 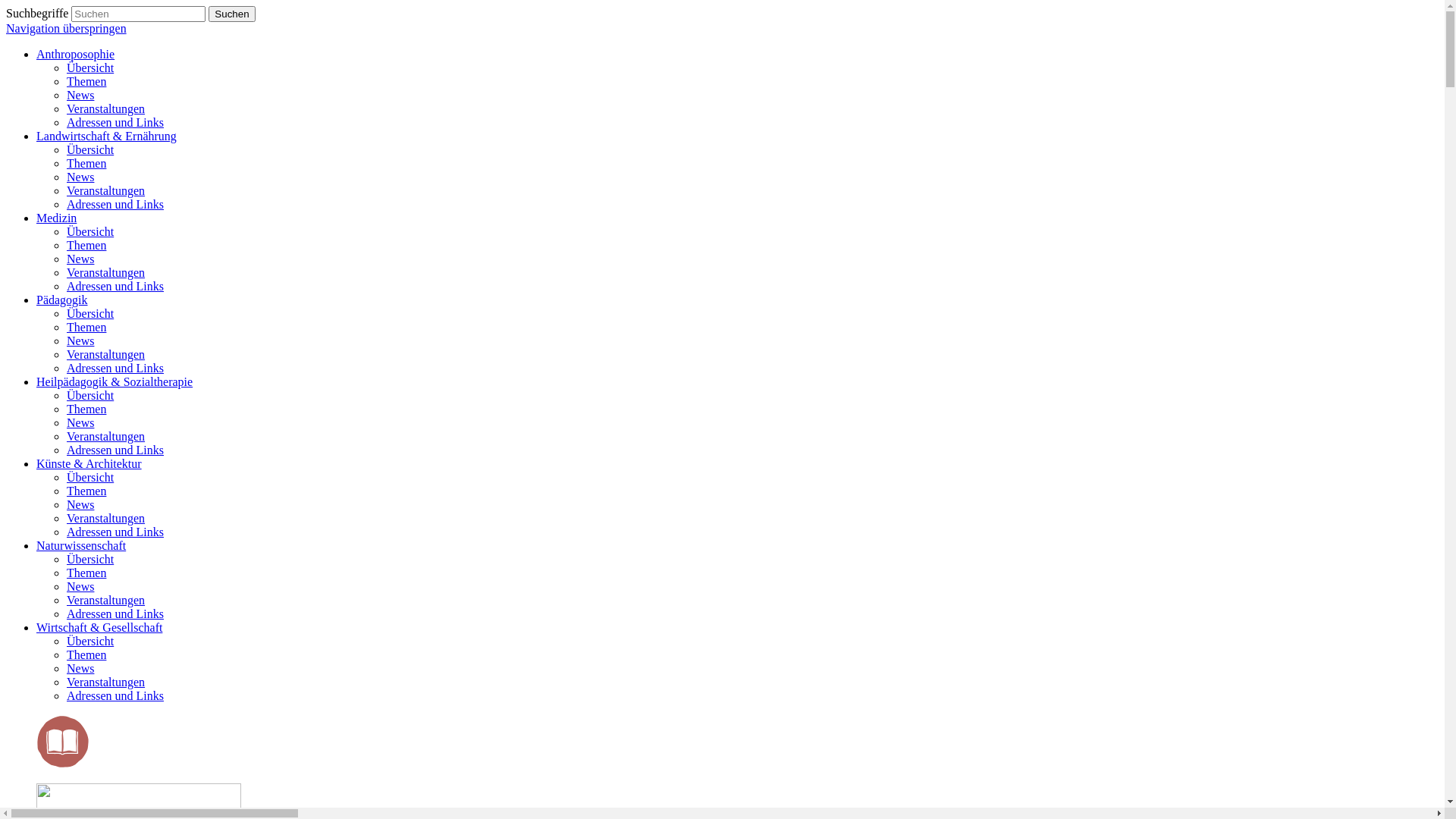 What do you see at coordinates (115, 121) in the screenshot?
I see `'Adressen und Links'` at bounding box center [115, 121].